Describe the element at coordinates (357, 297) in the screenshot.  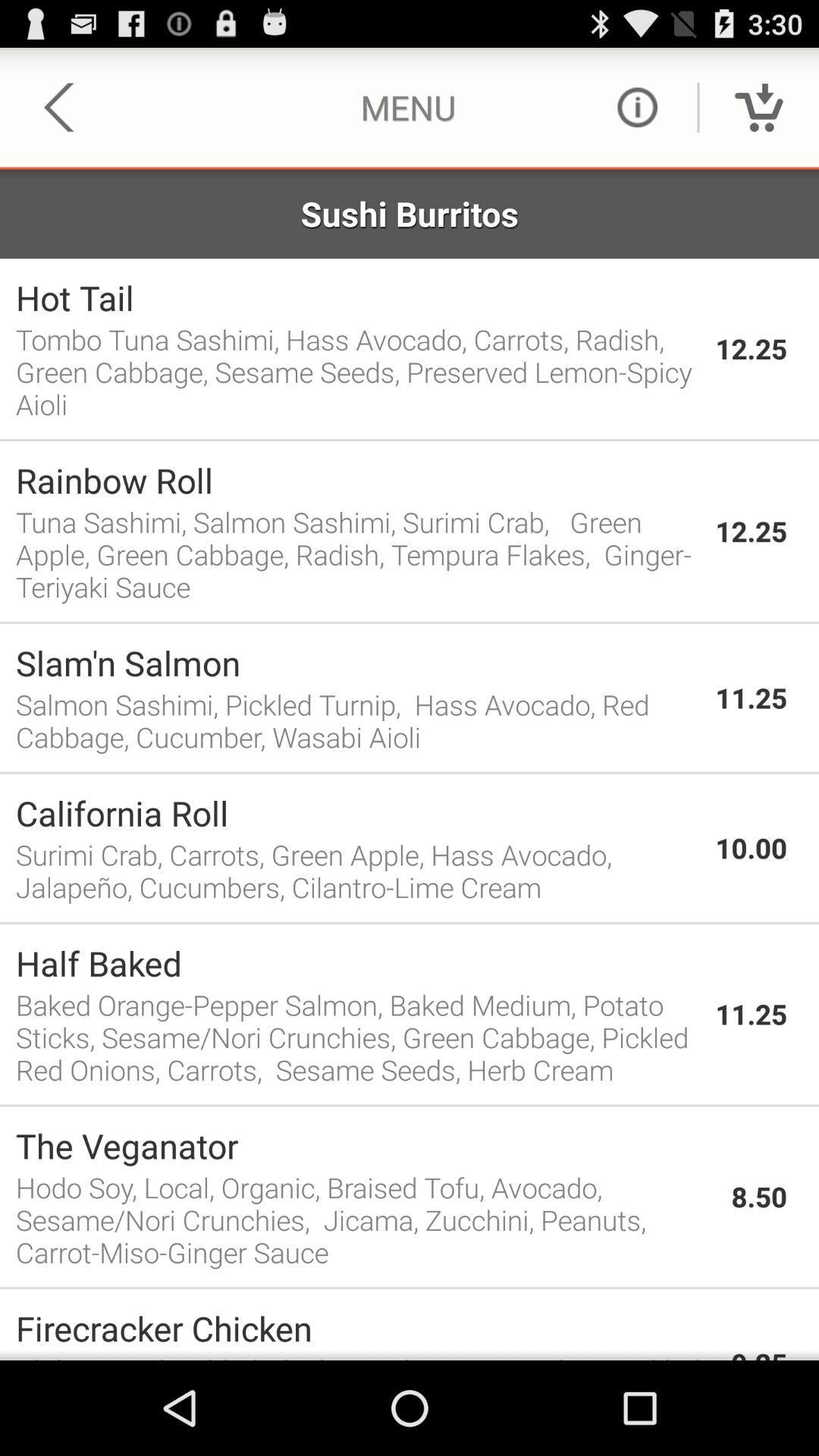
I see `icon below the sushi burritos` at that location.